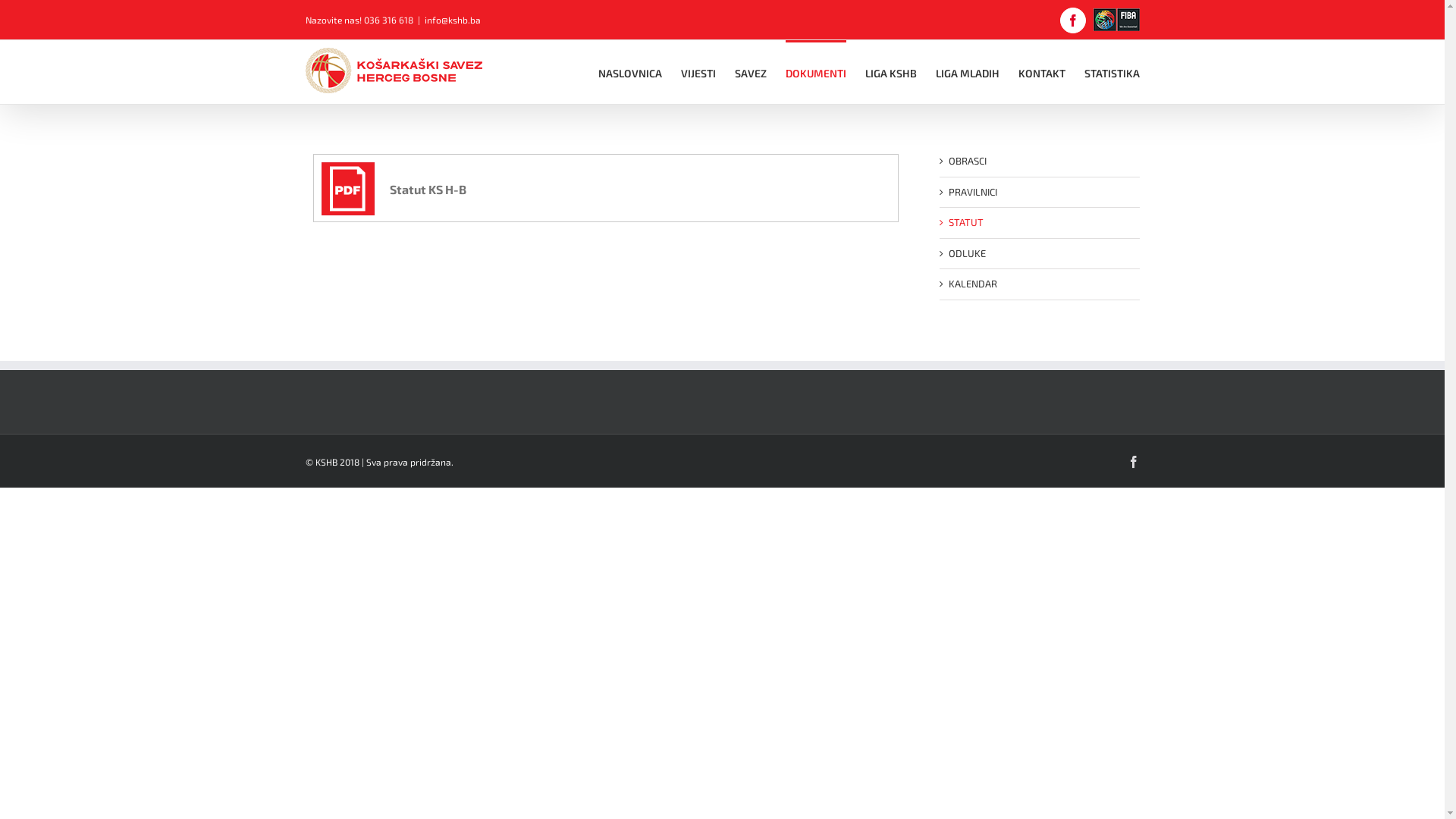 The image size is (1456, 819). Describe the element at coordinates (971, 190) in the screenshot. I see `'PRAVILNICI'` at that location.